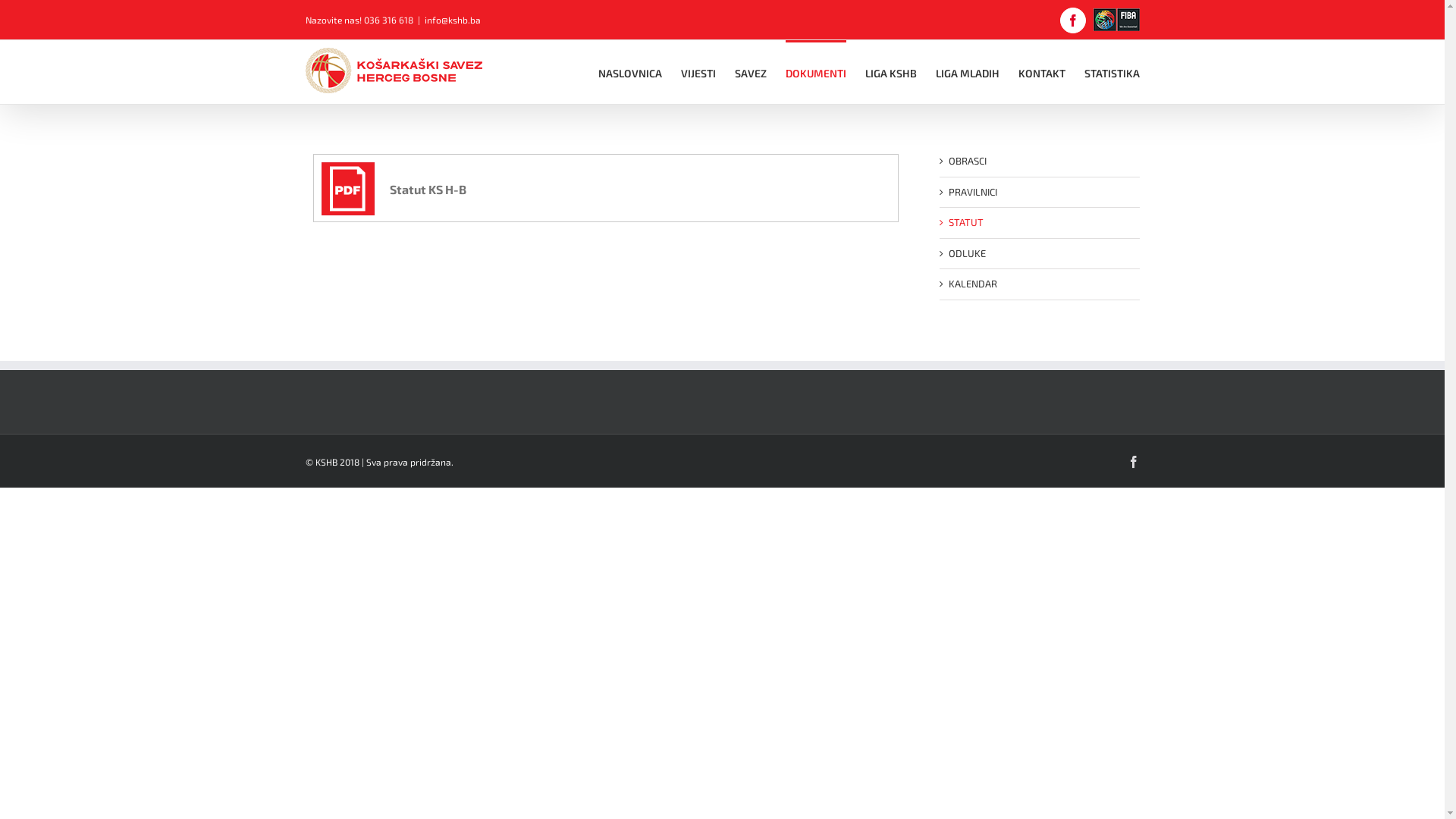 The image size is (1456, 819). Describe the element at coordinates (971, 190) in the screenshot. I see `'PRAVILNICI'` at that location.